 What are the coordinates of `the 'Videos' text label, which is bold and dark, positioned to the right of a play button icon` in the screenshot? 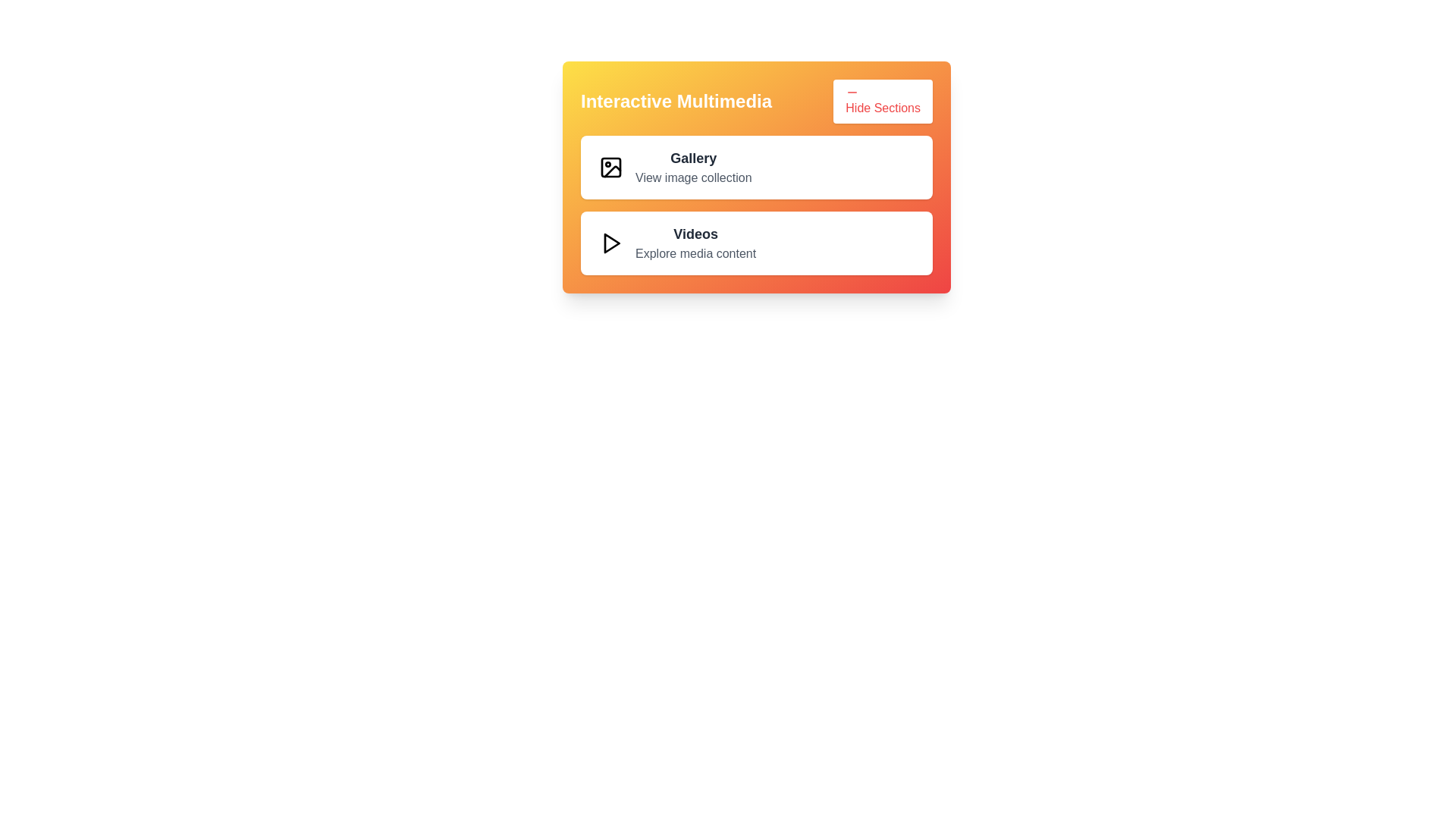 It's located at (695, 234).